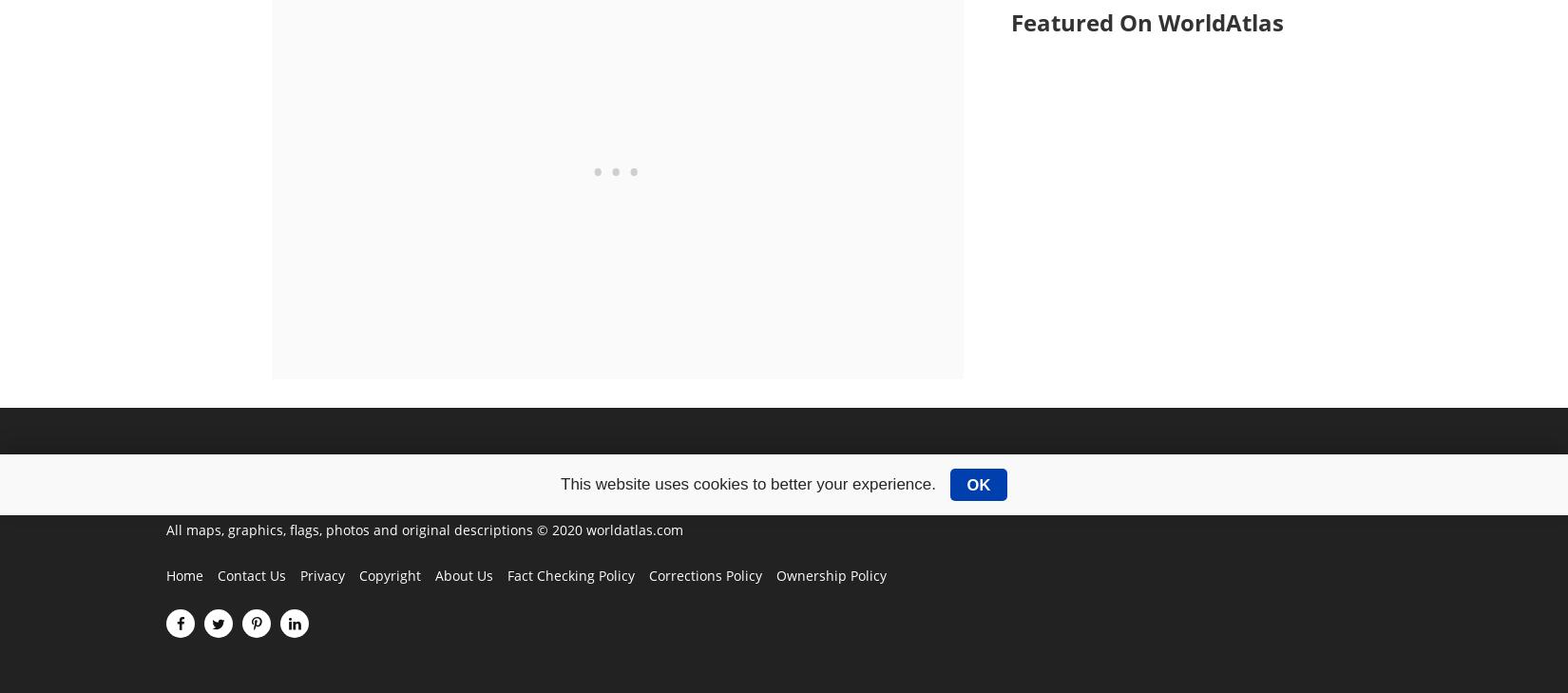 This screenshot has width=1568, height=693. What do you see at coordinates (1009, 21) in the screenshot?
I see `'Featured On WorldAtlas'` at bounding box center [1009, 21].